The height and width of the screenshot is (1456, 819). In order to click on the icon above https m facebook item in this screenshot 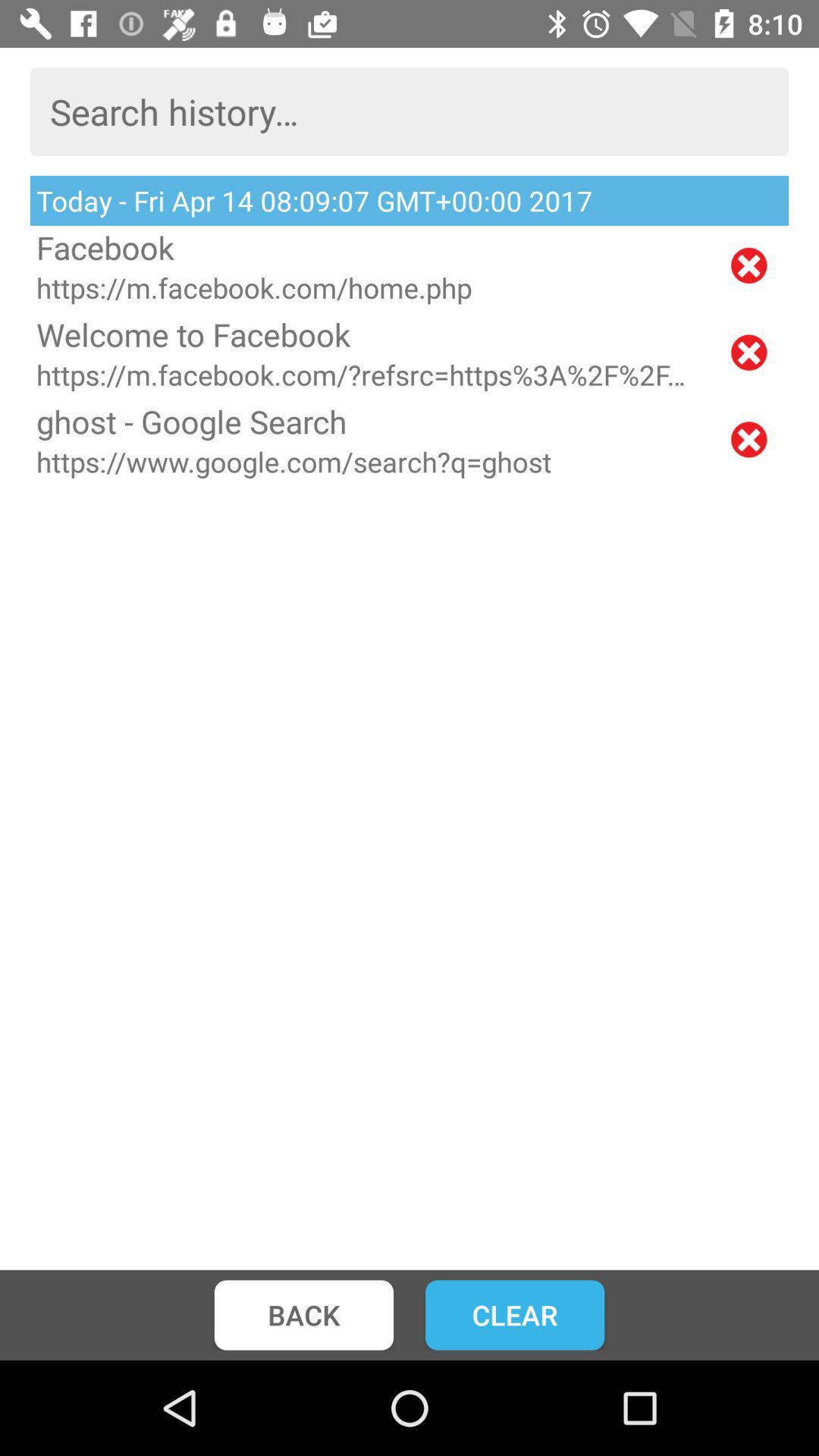, I will do `click(369, 334)`.